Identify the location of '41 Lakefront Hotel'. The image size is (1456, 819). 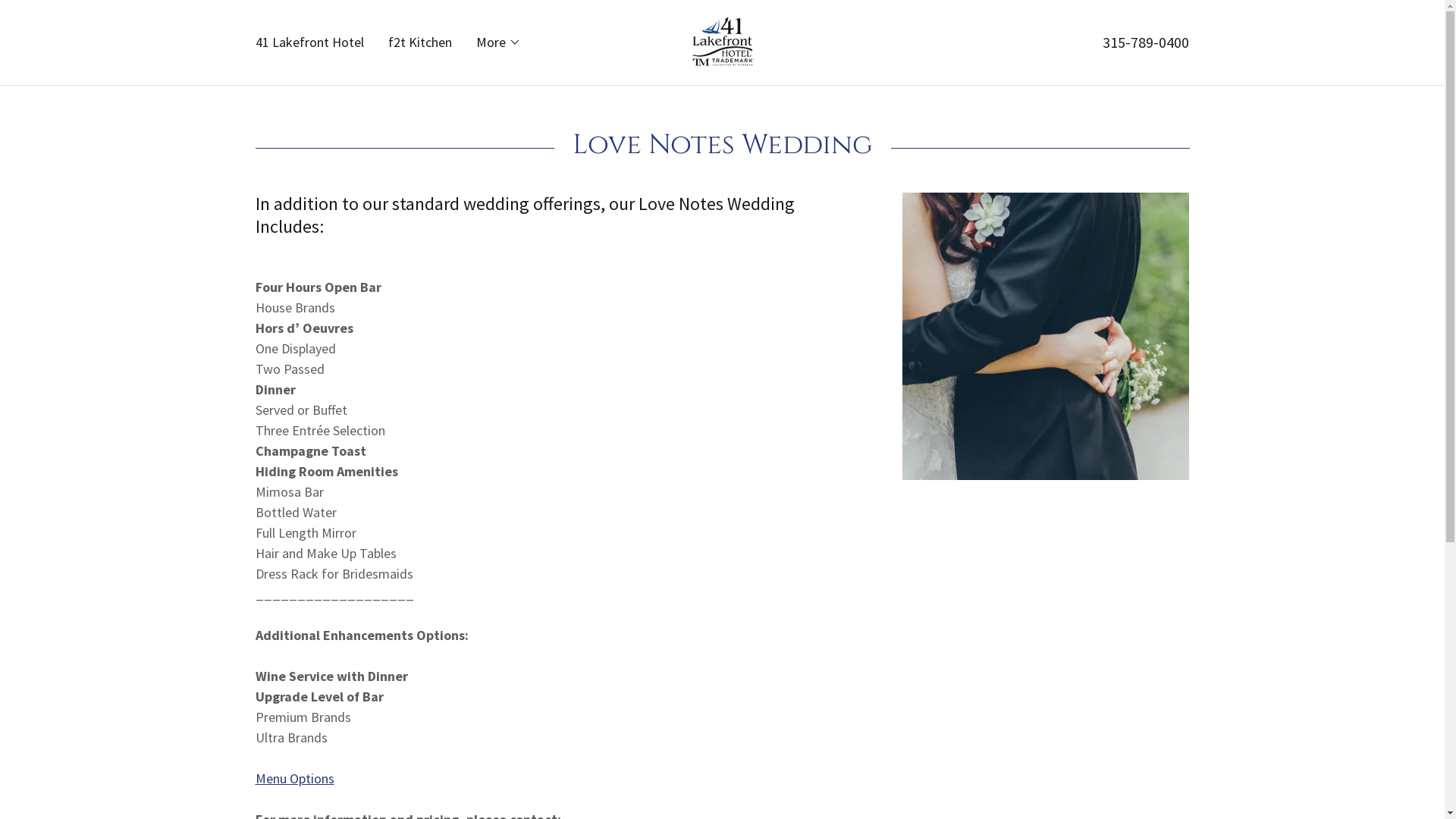
(251, 42).